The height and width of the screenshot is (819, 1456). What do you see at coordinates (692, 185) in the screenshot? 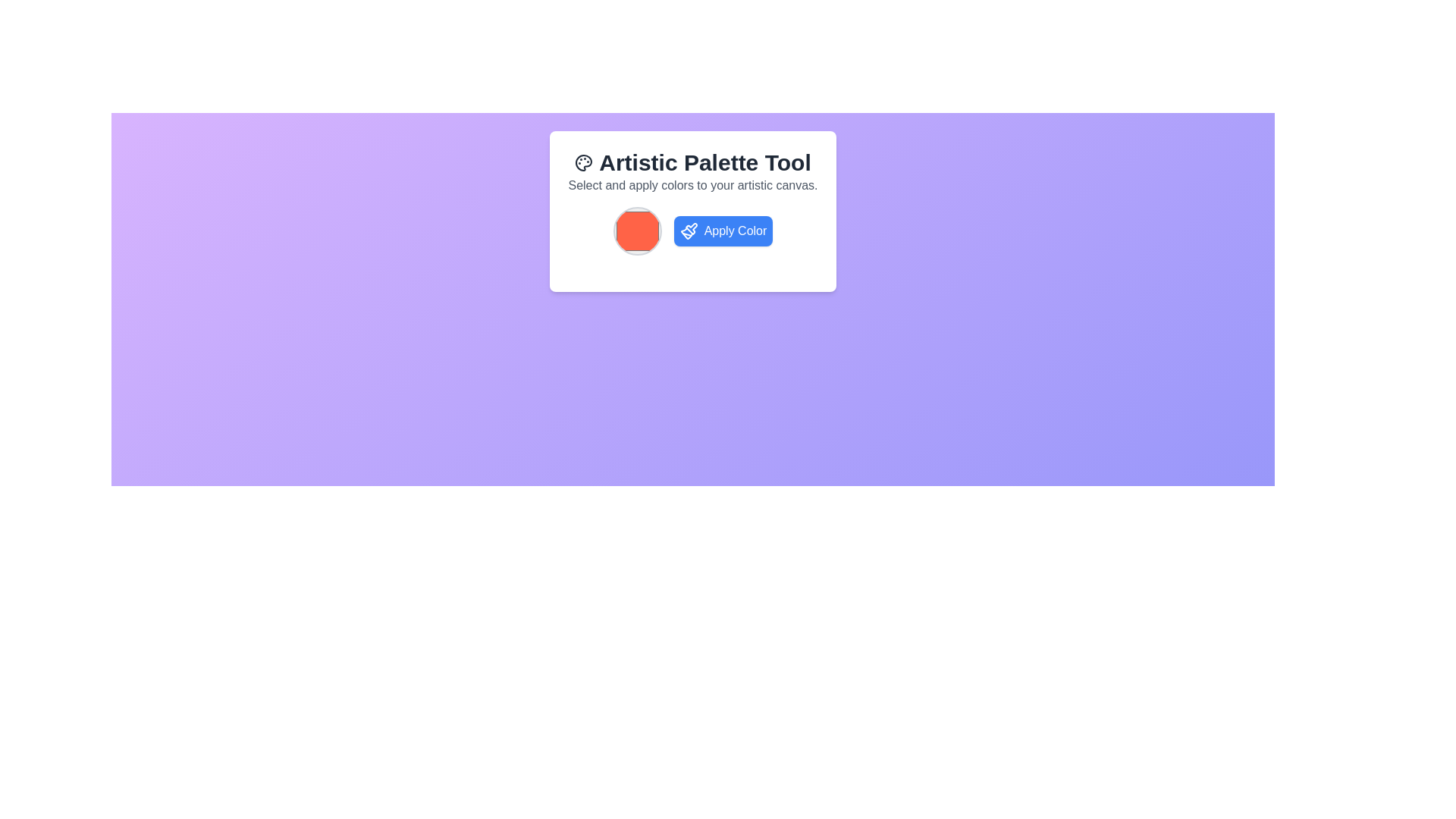
I see `the static text block that reads 'Select and apply colors to your artistic canvas.' located below the 'Artistic Palette Tool' title` at bounding box center [692, 185].